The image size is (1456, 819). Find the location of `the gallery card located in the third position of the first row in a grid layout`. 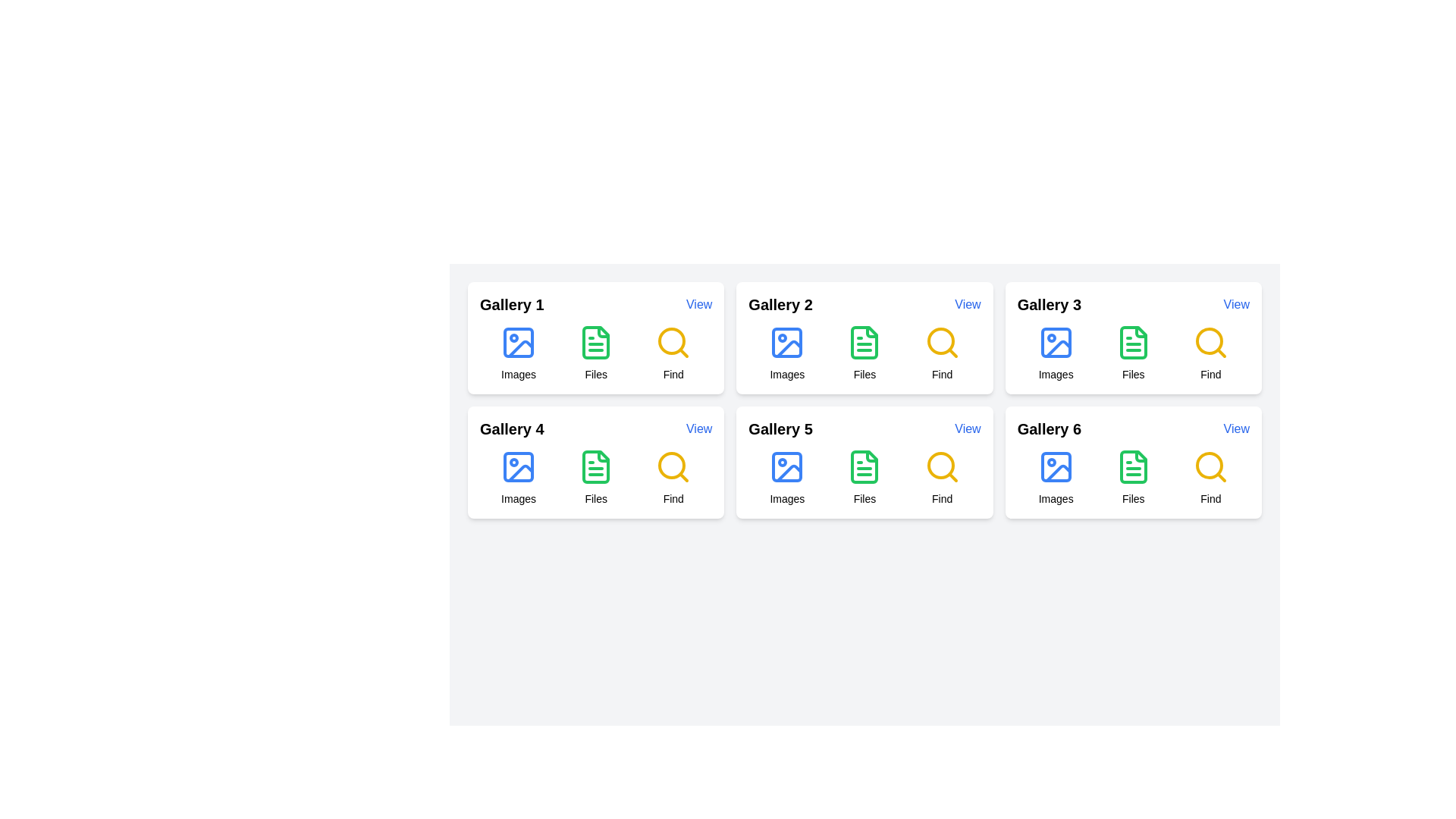

the gallery card located in the third position of the first row in a grid layout is located at coordinates (1133, 337).